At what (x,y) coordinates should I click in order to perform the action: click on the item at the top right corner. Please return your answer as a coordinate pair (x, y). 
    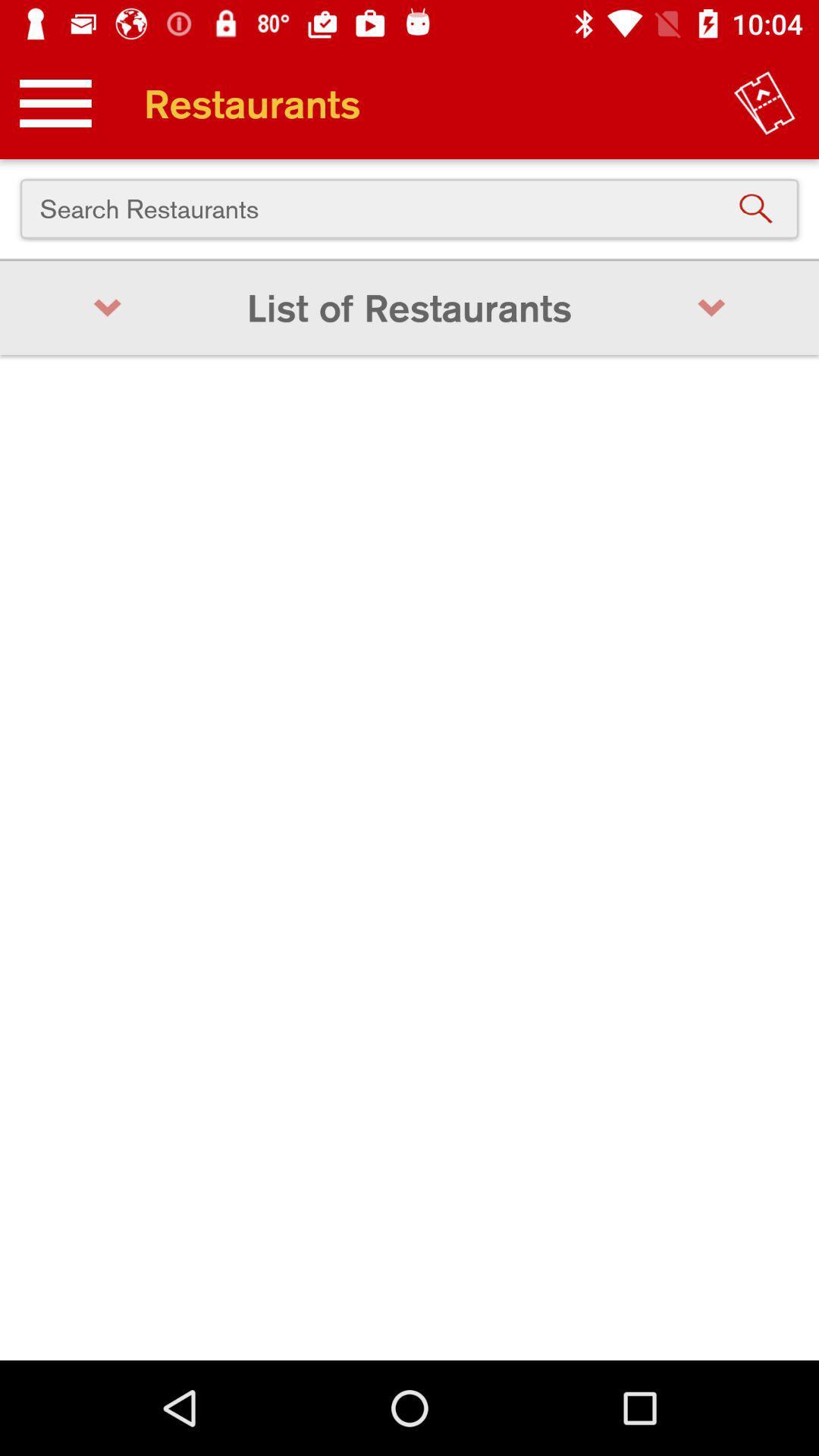
    Looking at the image, I should click on (764, 102).